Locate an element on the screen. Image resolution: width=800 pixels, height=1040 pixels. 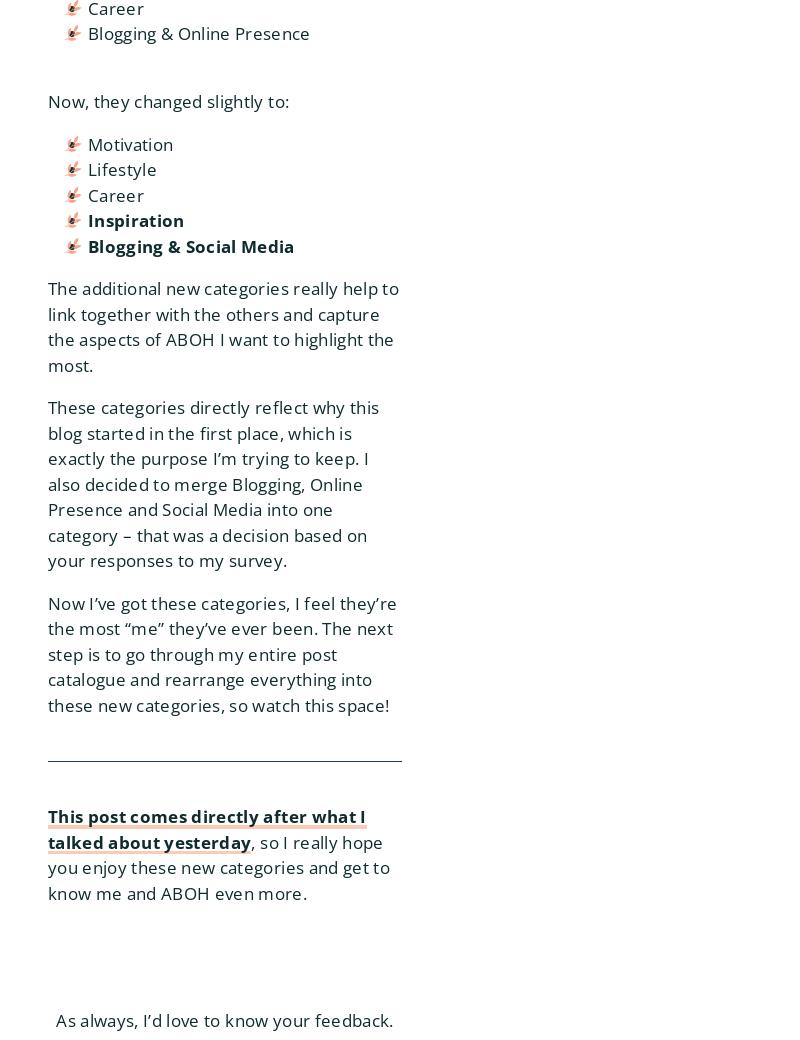
'Now, they changed slightly to:' is located at coordinates (167, 100).